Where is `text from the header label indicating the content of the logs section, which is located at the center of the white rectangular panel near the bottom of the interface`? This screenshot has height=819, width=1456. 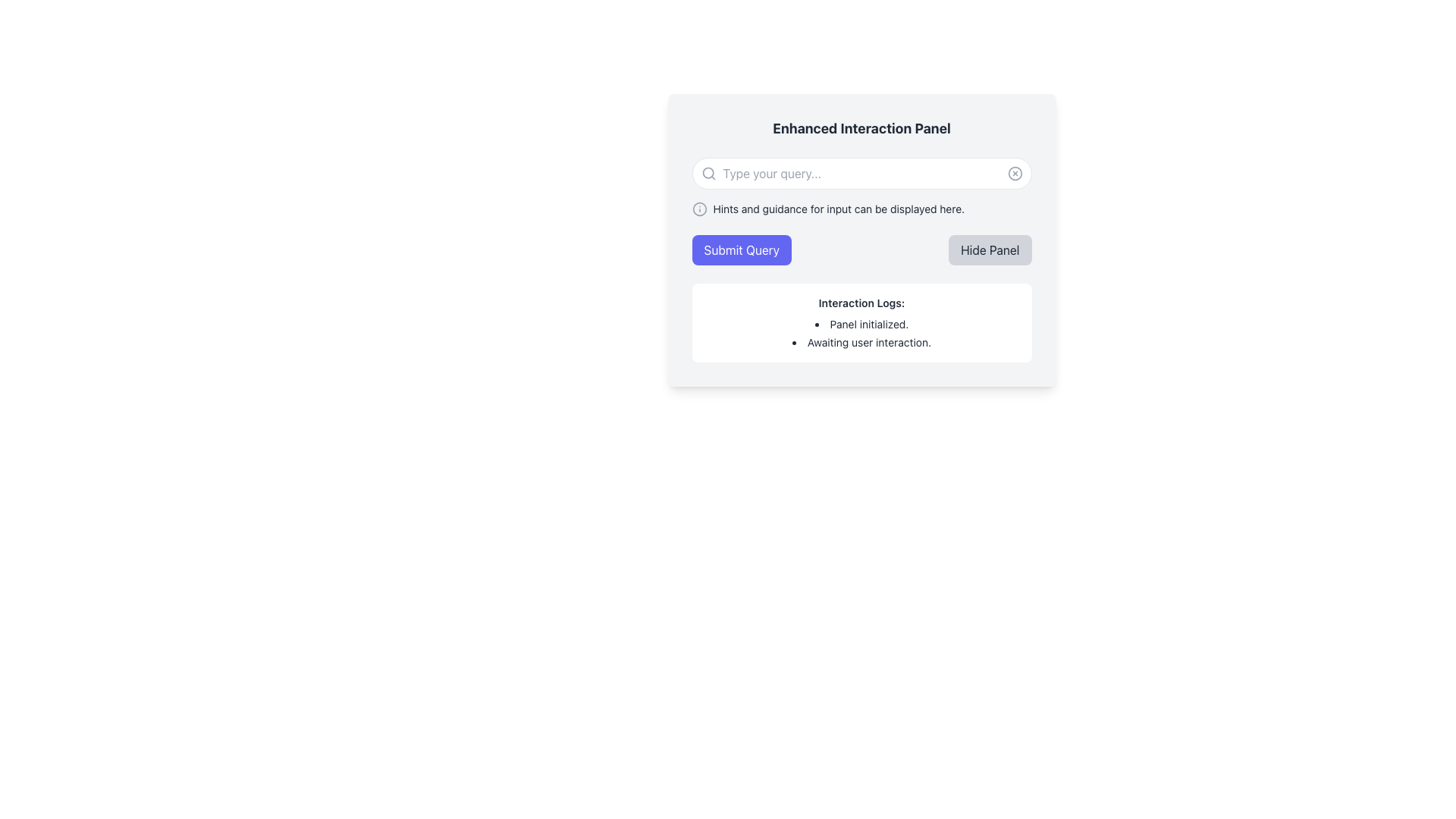 text from the header label indicating the content of the logs section, which is located at the center of the white rectangular panel near the bottom of the interface is located at coordinates (861, 303).